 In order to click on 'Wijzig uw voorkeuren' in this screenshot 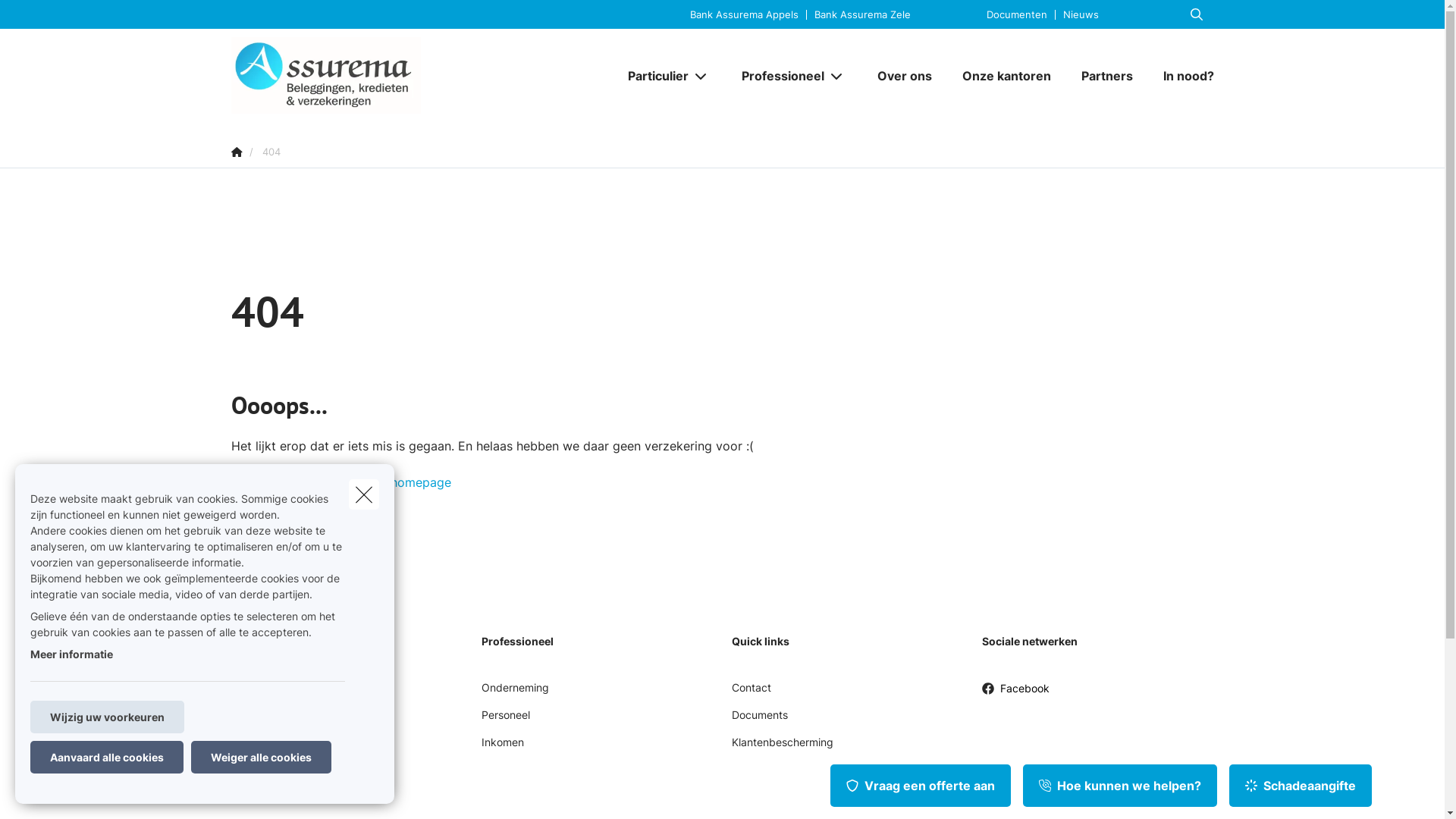, I will do `click(106, 717)`.